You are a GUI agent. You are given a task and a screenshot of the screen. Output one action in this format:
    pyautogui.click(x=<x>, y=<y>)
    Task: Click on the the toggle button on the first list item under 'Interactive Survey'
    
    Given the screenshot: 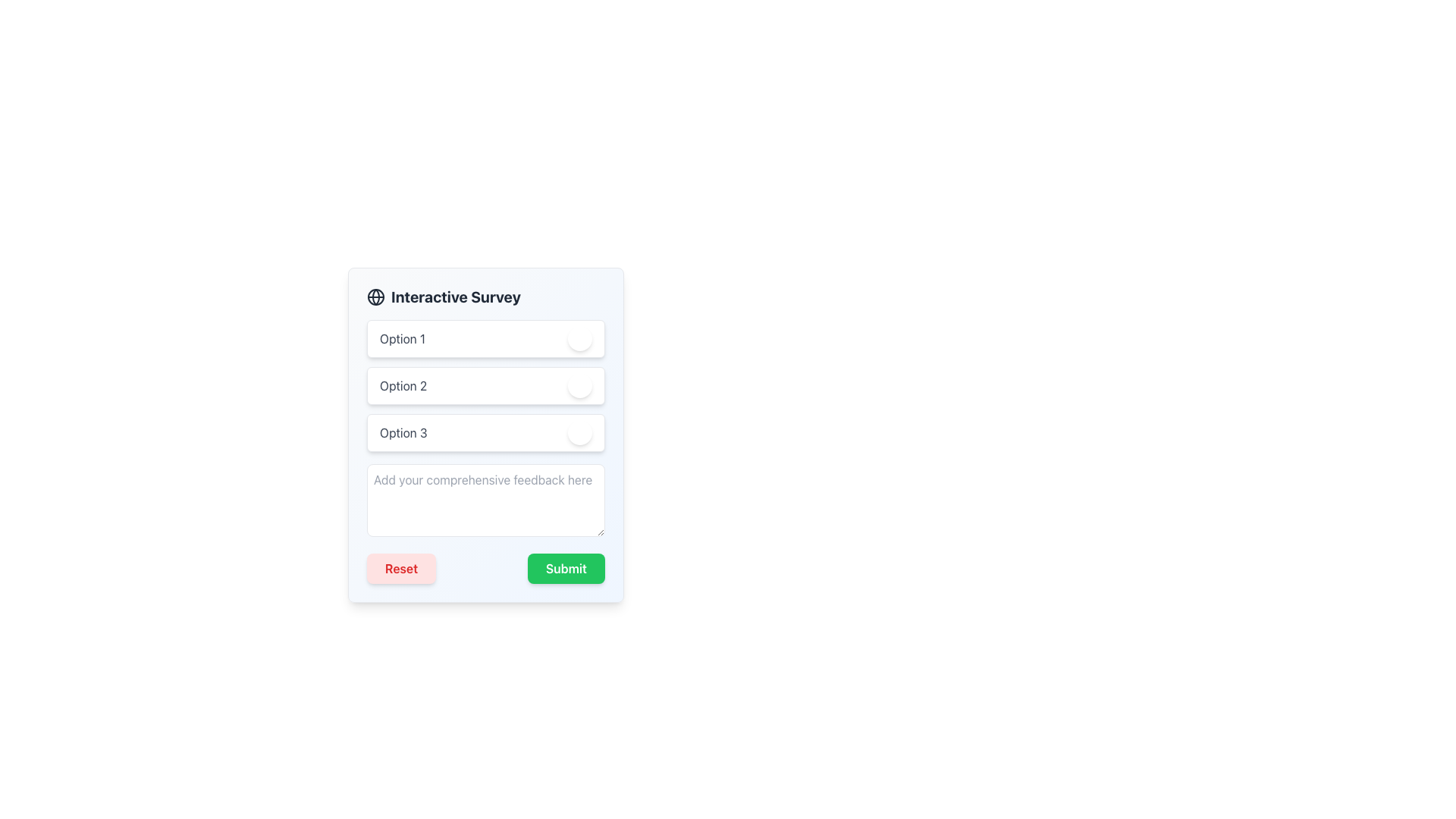 What is the action you would take?
    pyautogui.click(x=486, y=338)
    